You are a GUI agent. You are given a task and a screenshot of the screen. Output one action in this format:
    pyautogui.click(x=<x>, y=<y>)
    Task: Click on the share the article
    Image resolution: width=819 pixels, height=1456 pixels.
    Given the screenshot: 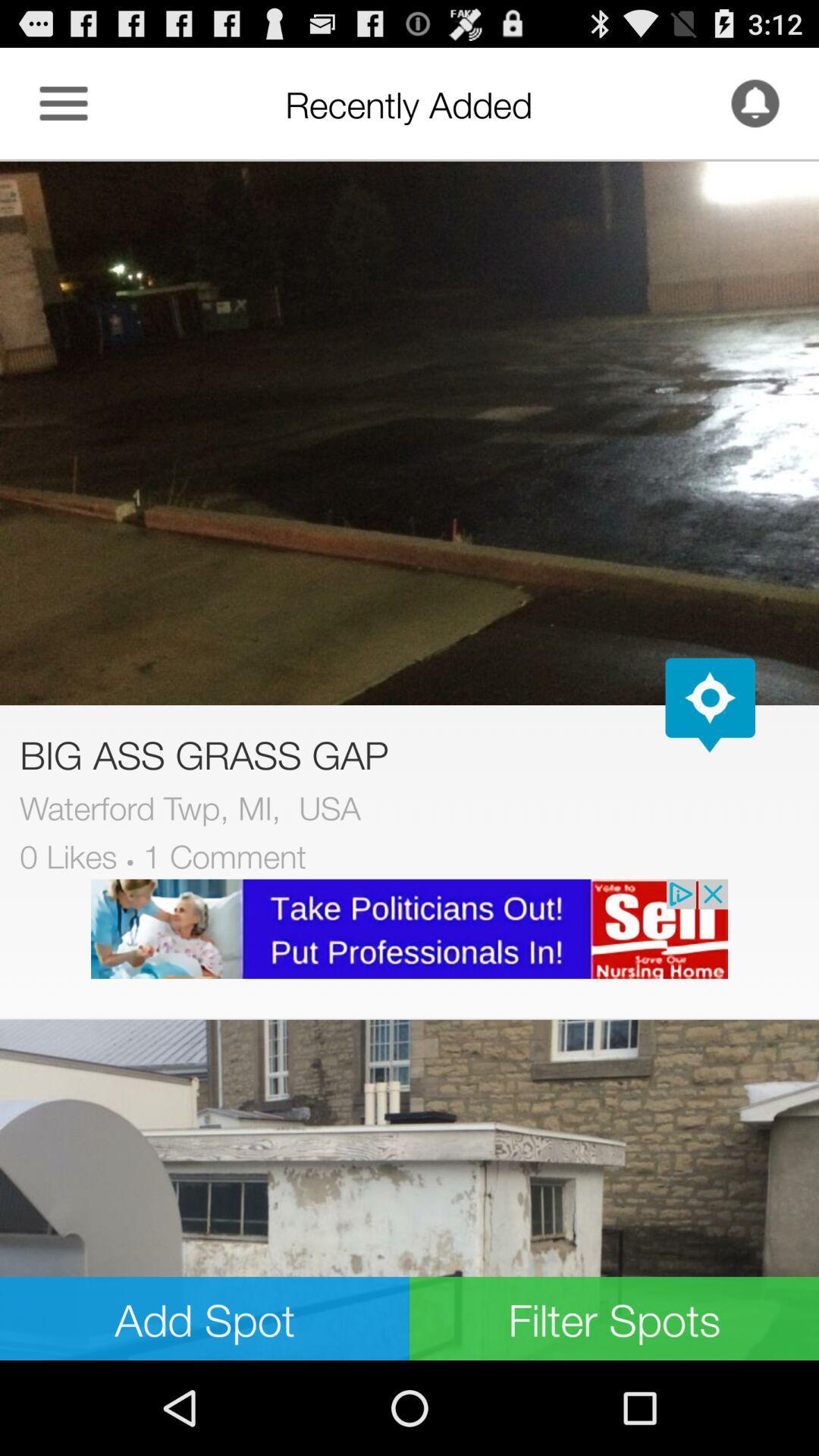 What is the action you would take?
    pyautogui.click(x=409, y=1189)
    